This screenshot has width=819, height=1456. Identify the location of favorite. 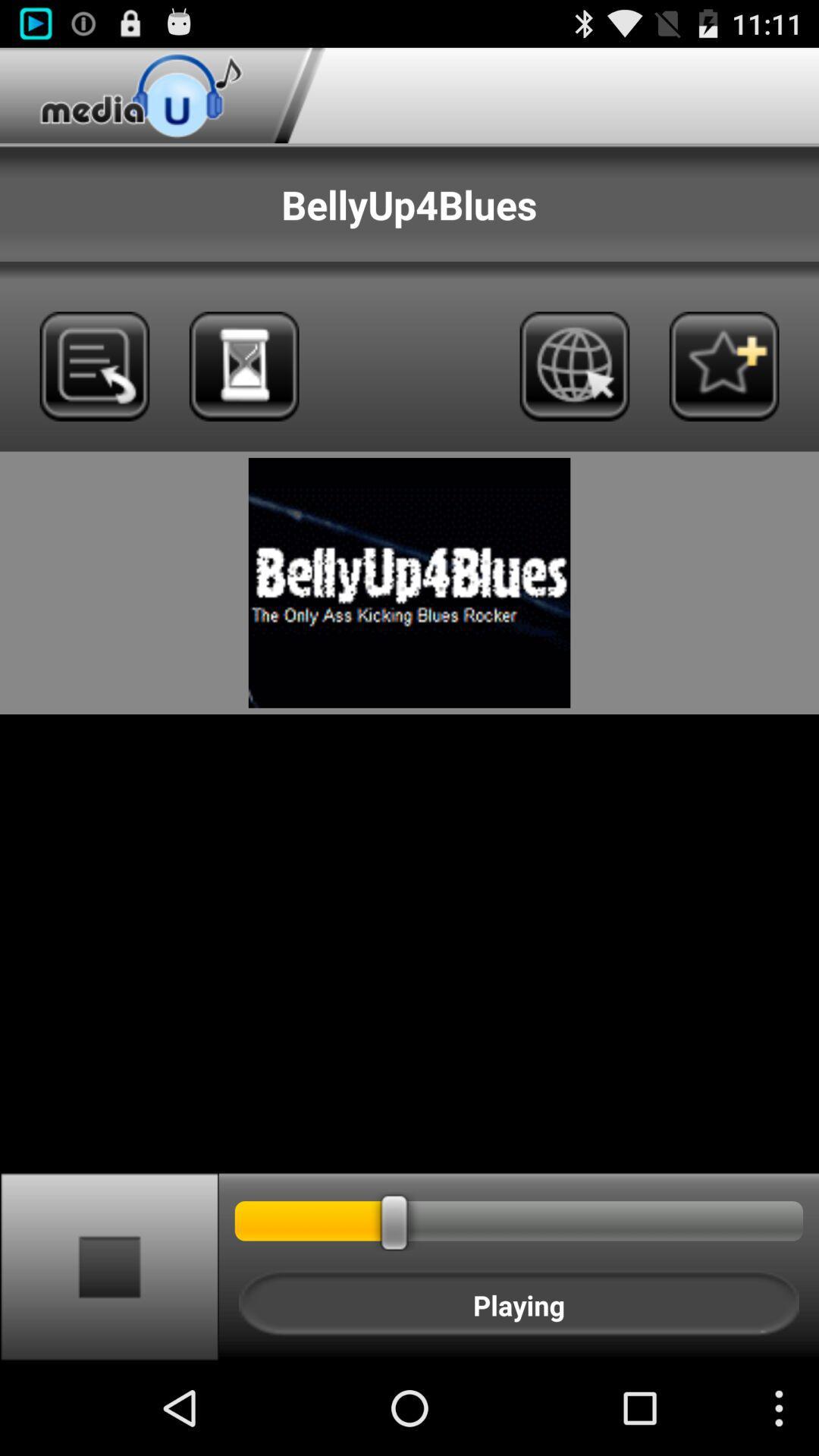
(723, 366).